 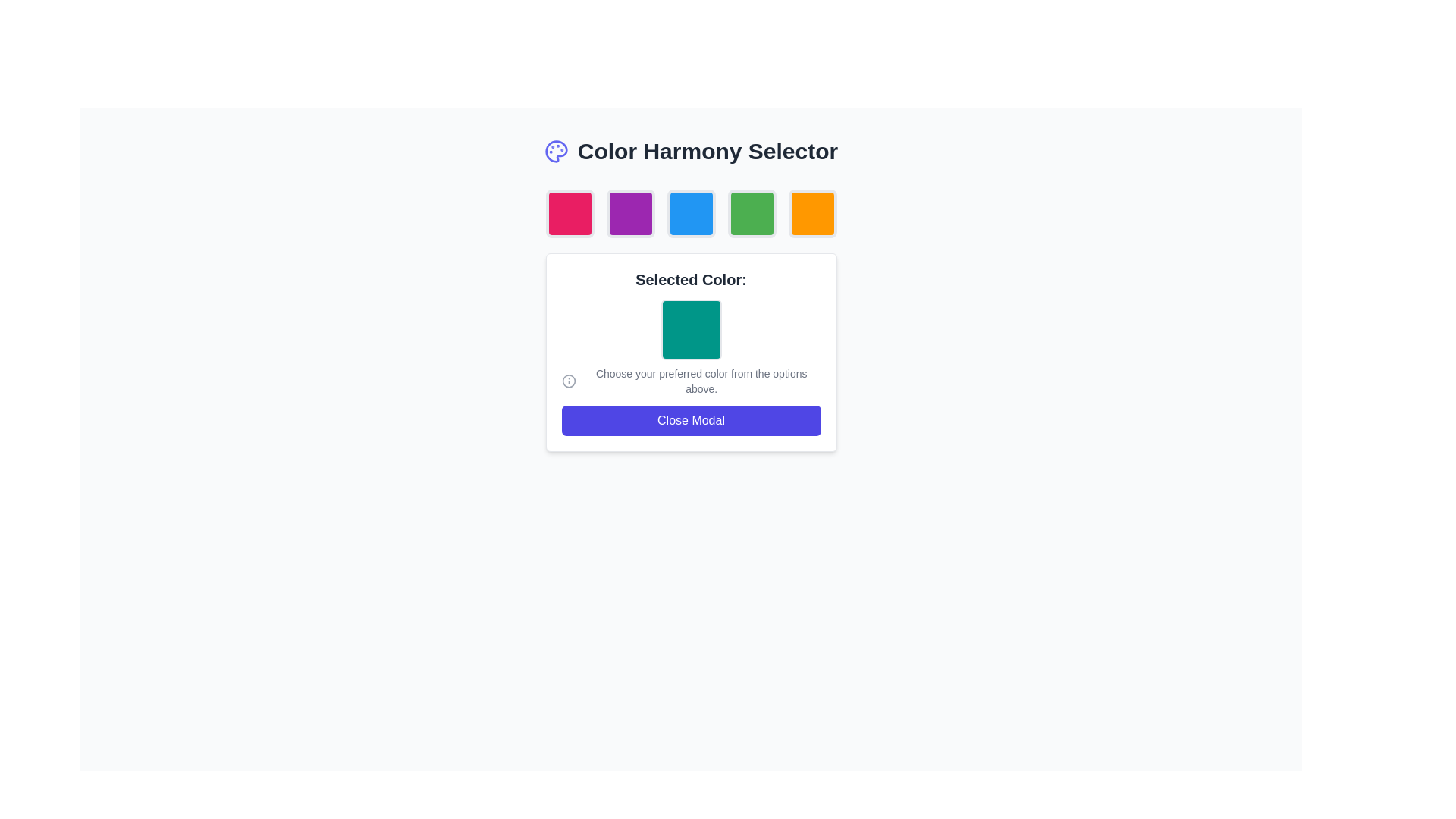 What do you see at coordinates (690, 152) in the screenshot?
I see `the 'Color Harmony Selector' element, which features bold text and a blue palette SVG icon, located near the top center of the interface` at bounding box center [690, 152].